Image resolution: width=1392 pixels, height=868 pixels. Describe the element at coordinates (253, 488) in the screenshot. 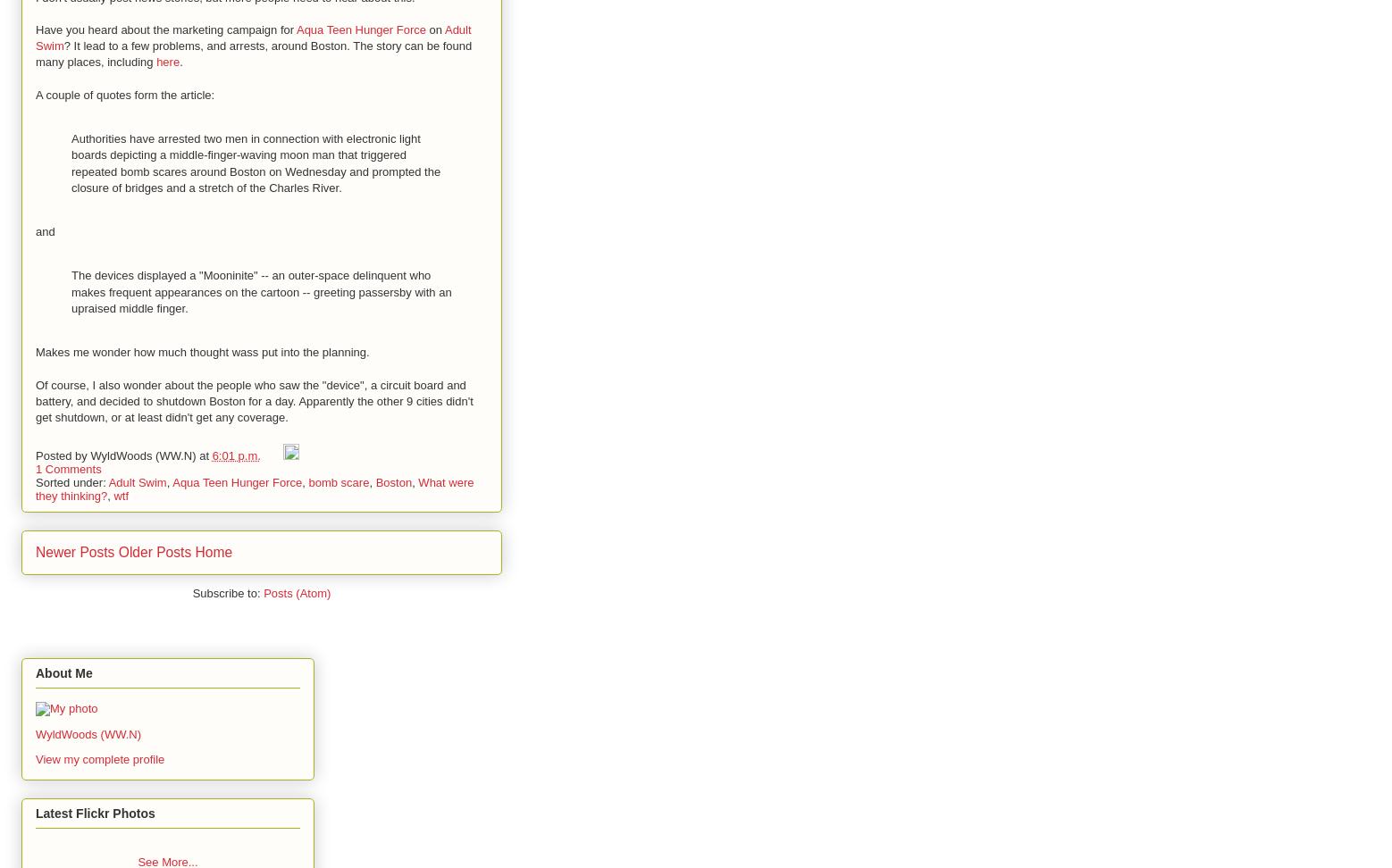

I see `'What were they thinking?'` at that location.